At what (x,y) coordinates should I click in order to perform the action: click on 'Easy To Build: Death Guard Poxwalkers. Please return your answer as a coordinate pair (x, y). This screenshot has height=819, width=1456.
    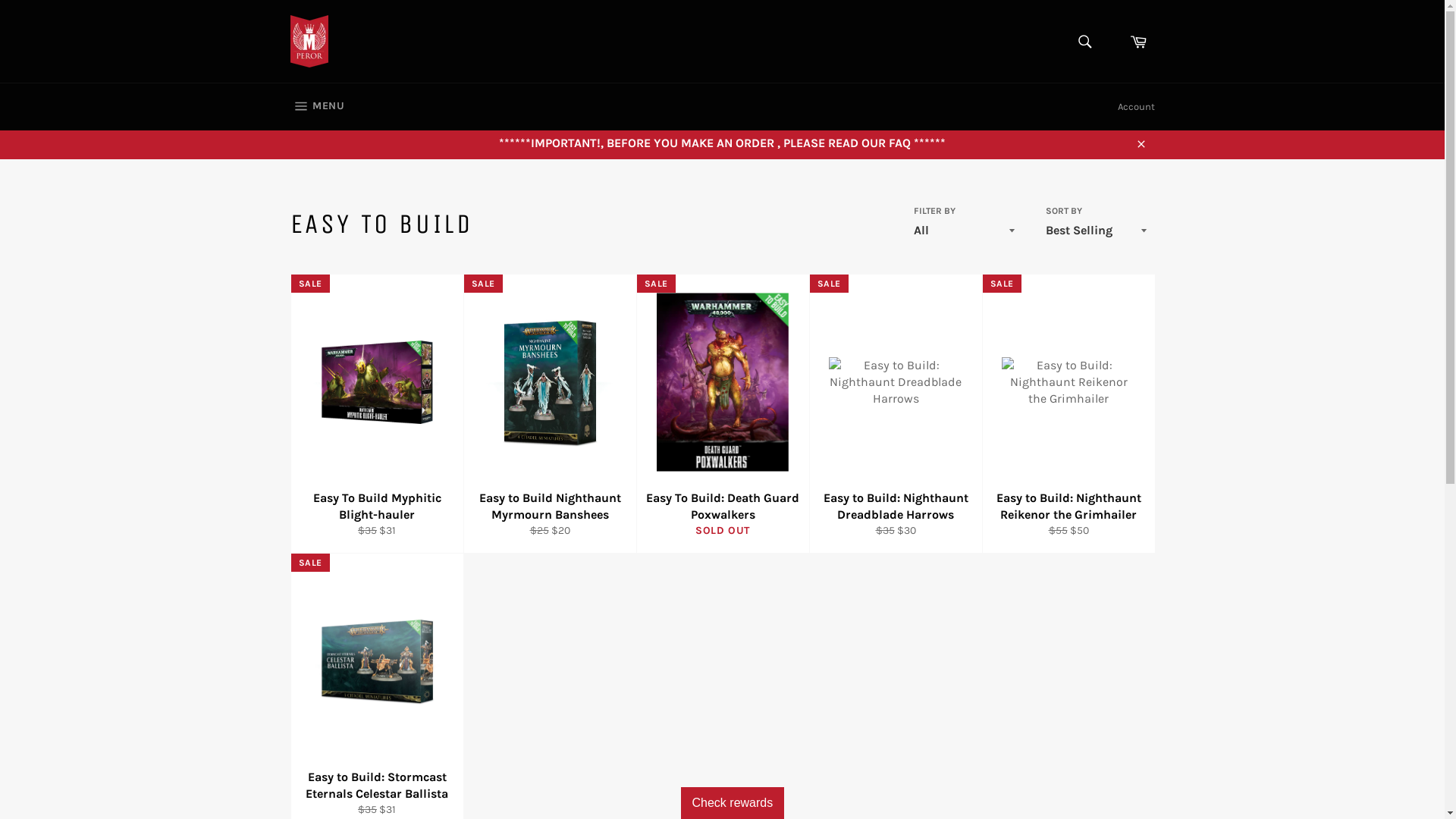
    Looking at the image, I should click on (720, 414).